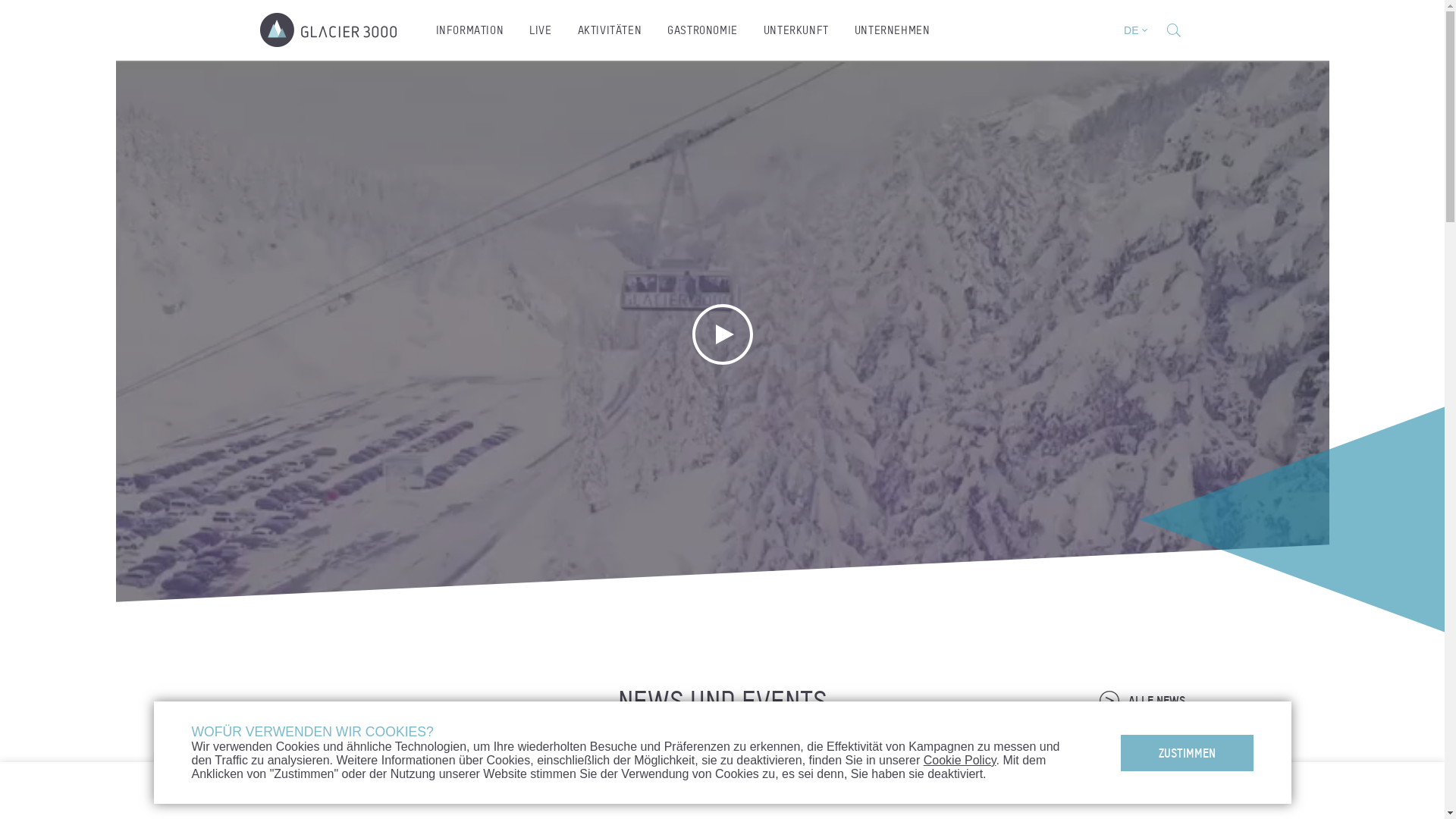 This screenshot has width=1456, height=819. Describe the element at coordinates (959, 760) in the screenshot. I see `'Cookie Policy'` at that location.